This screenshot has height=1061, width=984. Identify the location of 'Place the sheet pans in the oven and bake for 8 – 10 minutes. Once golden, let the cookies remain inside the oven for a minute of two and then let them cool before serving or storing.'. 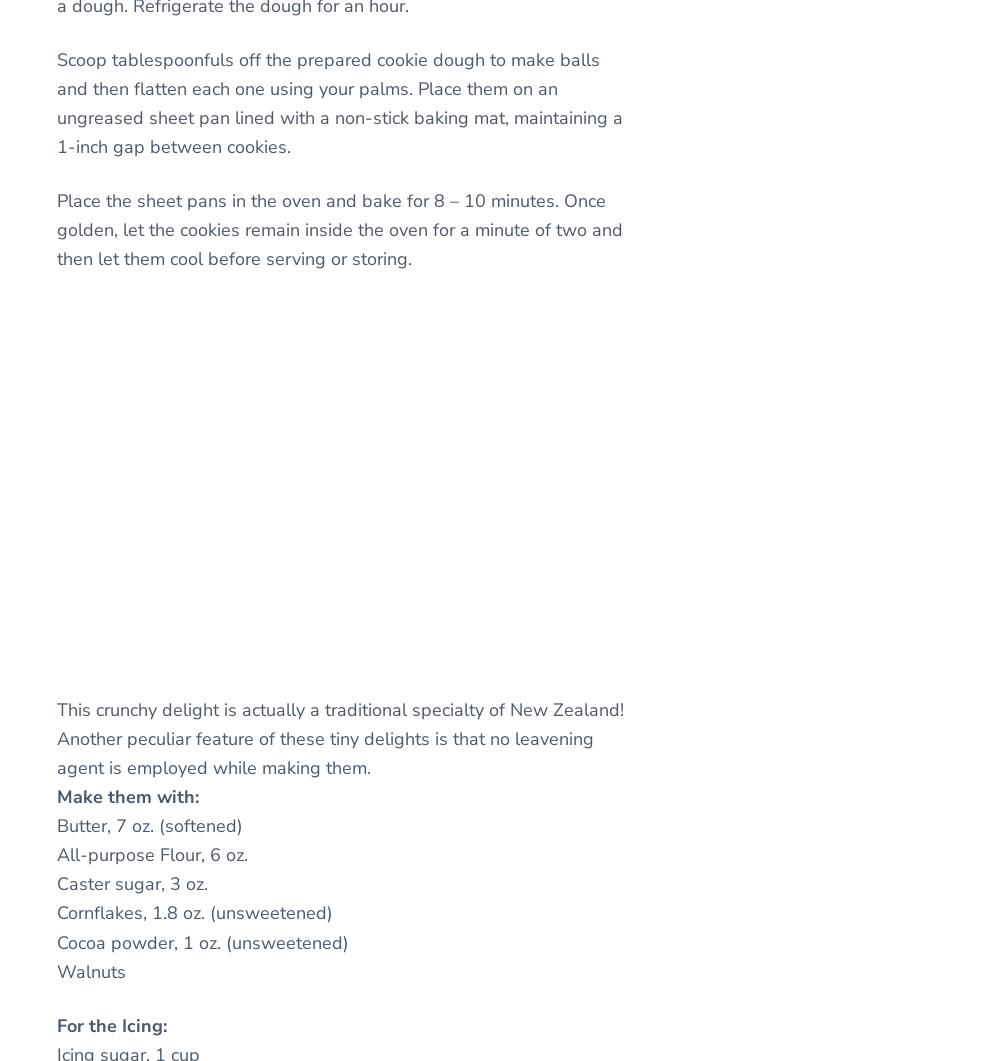
(338, 228).